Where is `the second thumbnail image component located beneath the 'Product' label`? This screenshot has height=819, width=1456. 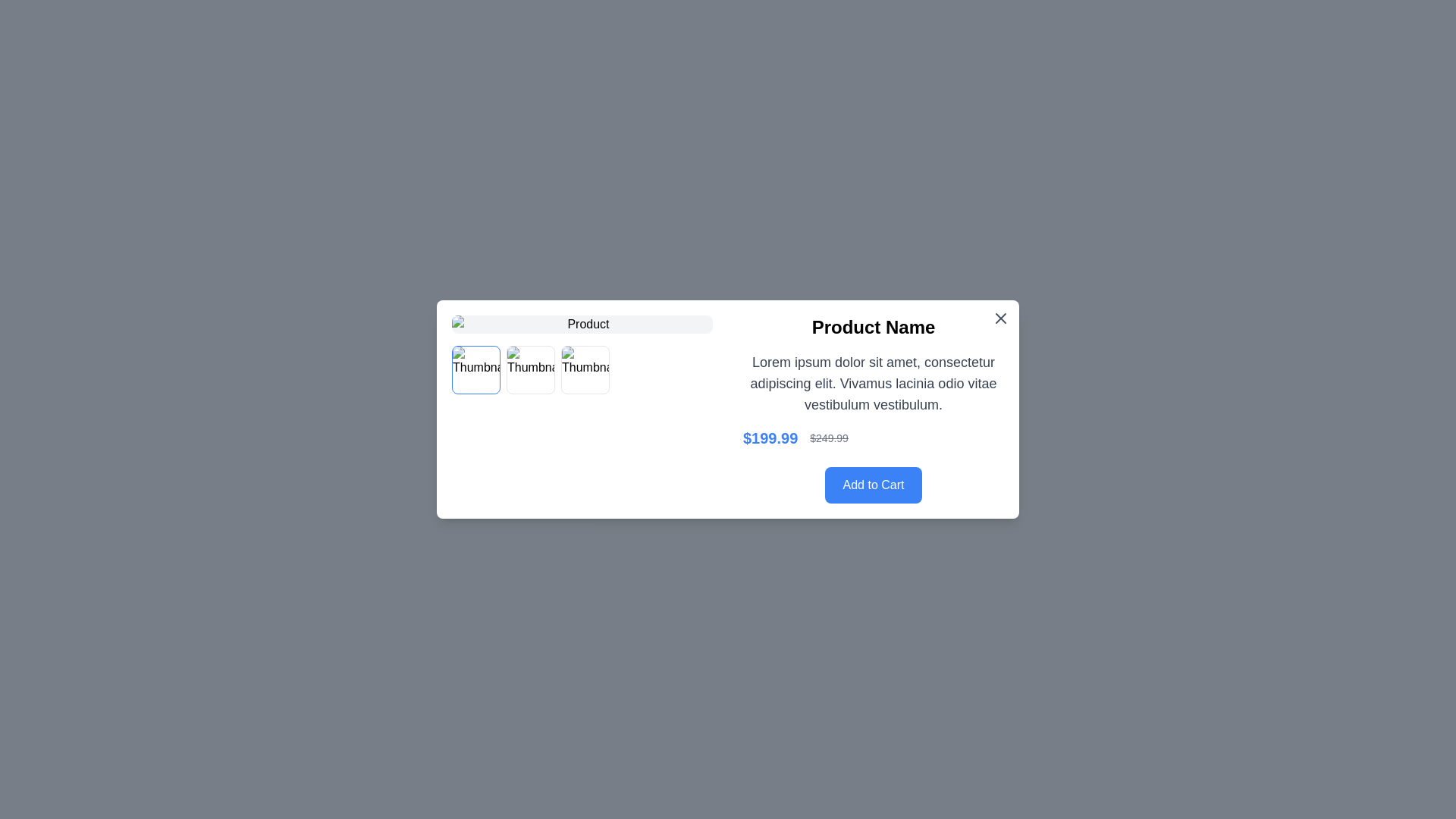
the second thumbnail image component located beneath the 'Product' label is located at coordinates (531, 370).